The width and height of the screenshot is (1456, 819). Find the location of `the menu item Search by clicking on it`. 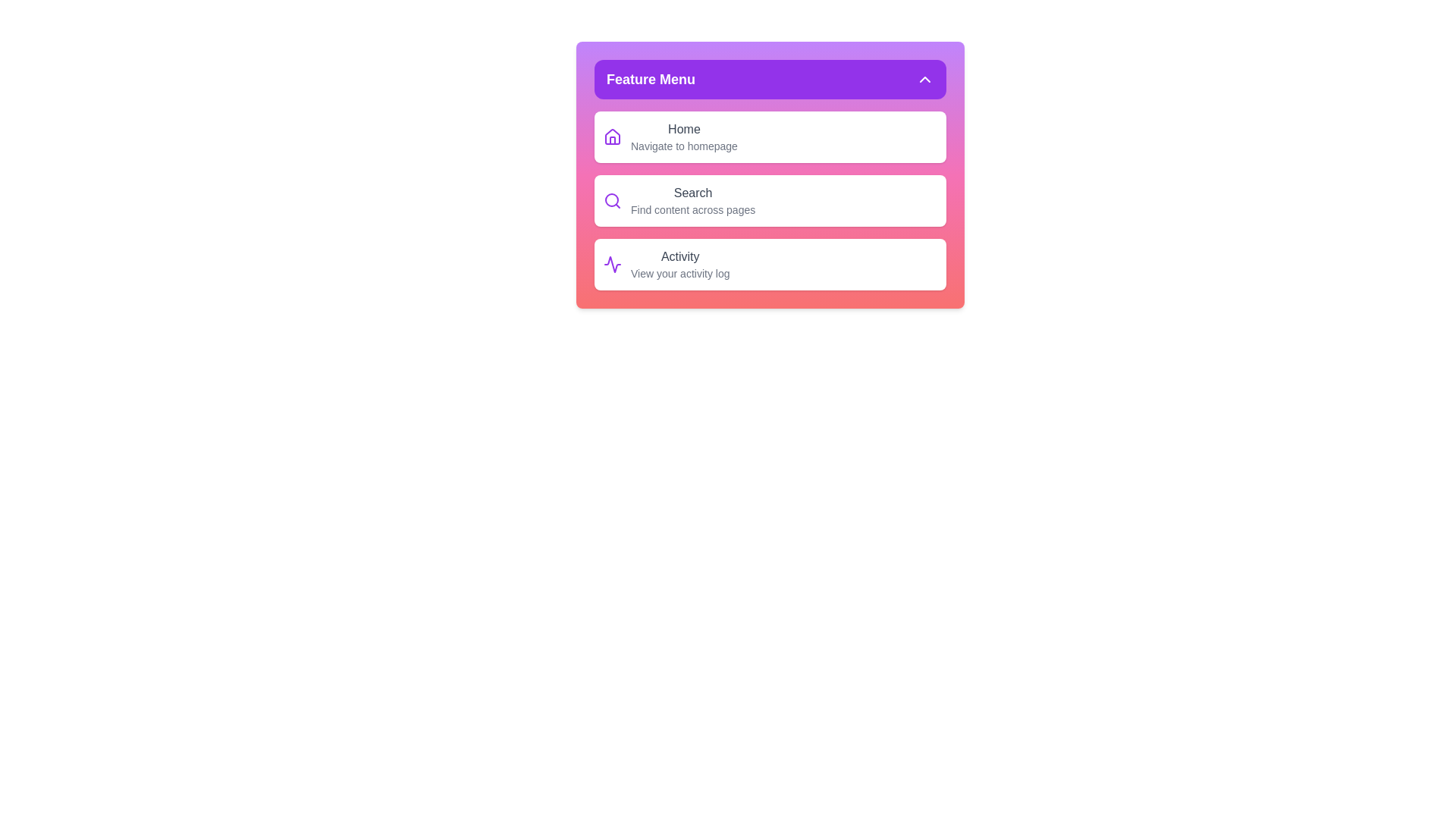

the menu item Search by clicking on it is located at coordinates (770, 200).